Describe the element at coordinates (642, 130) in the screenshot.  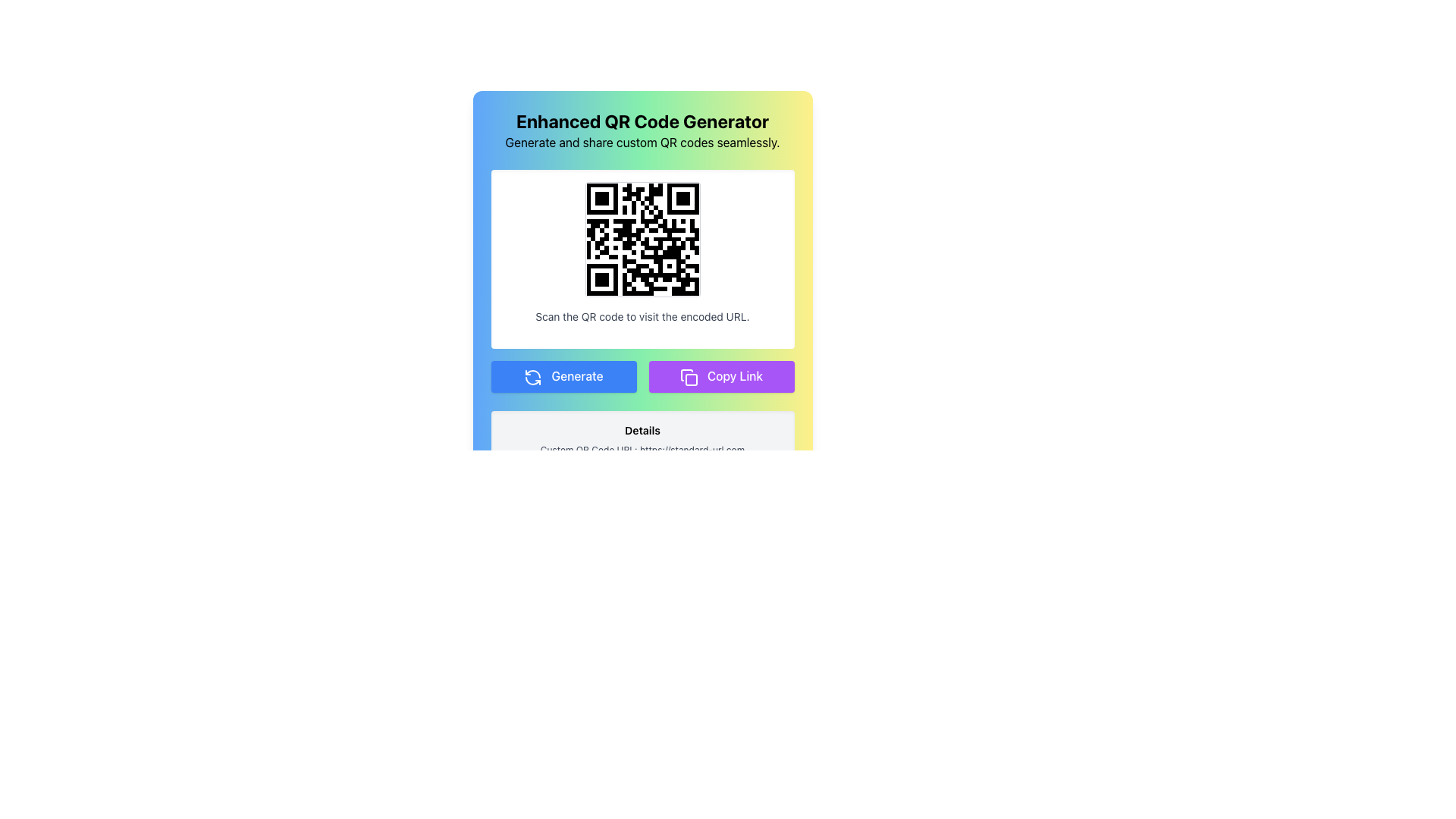
I see `text from the Header element displaying 'Enhanced QR Code Generator' and its subtitle 'Generate and share custom QR codes seamlessly.'` at that location.